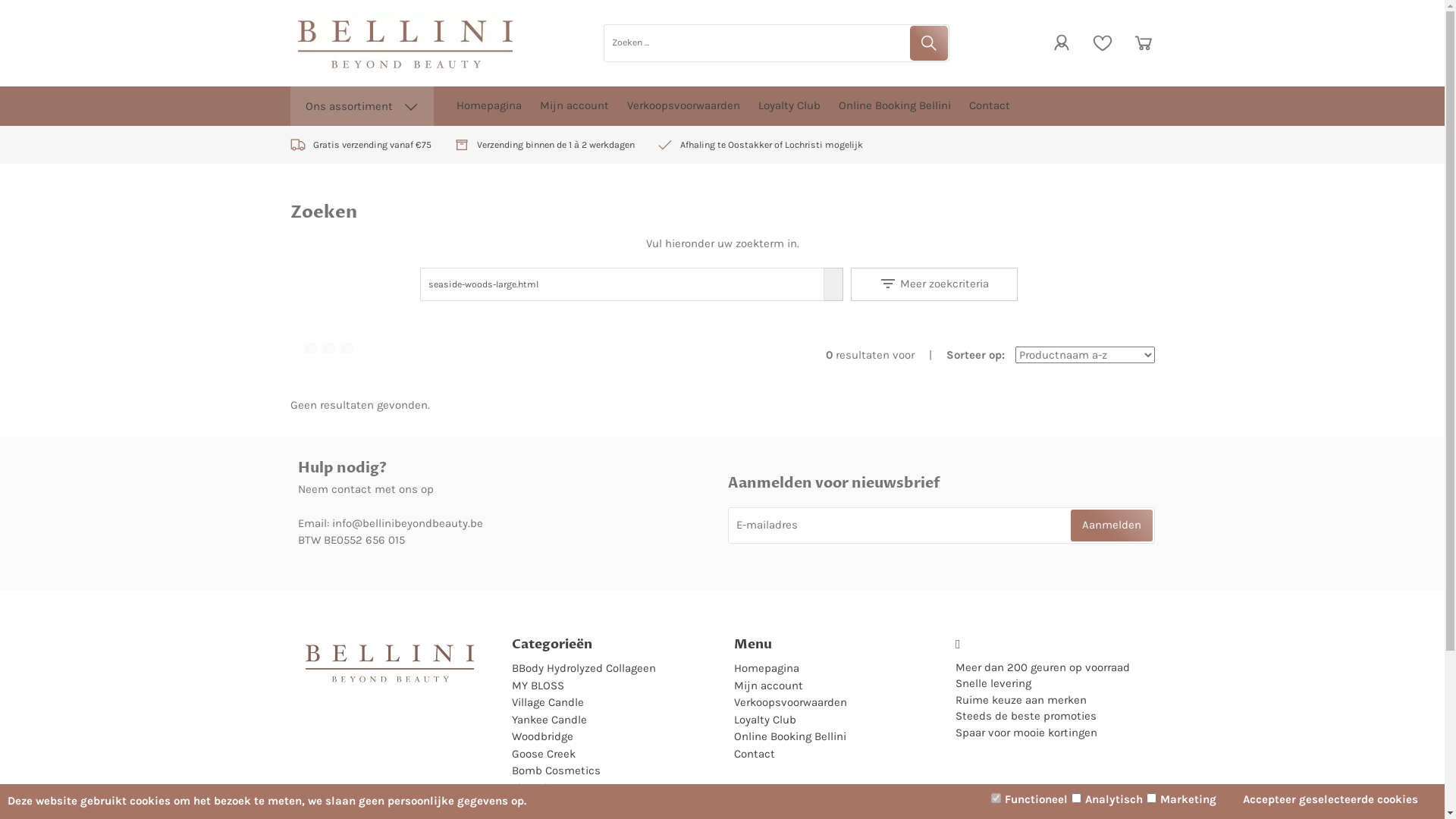 Image resolution: width=1456 pixels, height=819 pixels. Describe the element at coordinates (1131, 42) in the screenshot. I see `'Winkelwagen'` at that location.